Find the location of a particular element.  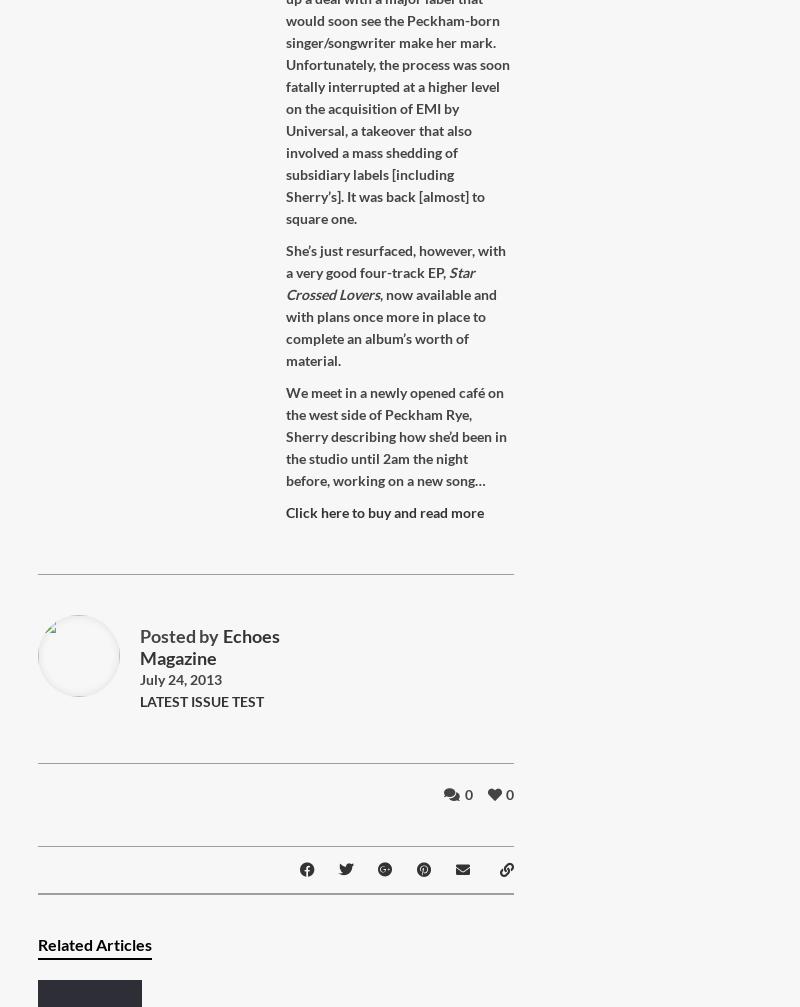

', now available and with plans once more in place to complete an album’s worth of material.' is located at coordinates (390, 327).